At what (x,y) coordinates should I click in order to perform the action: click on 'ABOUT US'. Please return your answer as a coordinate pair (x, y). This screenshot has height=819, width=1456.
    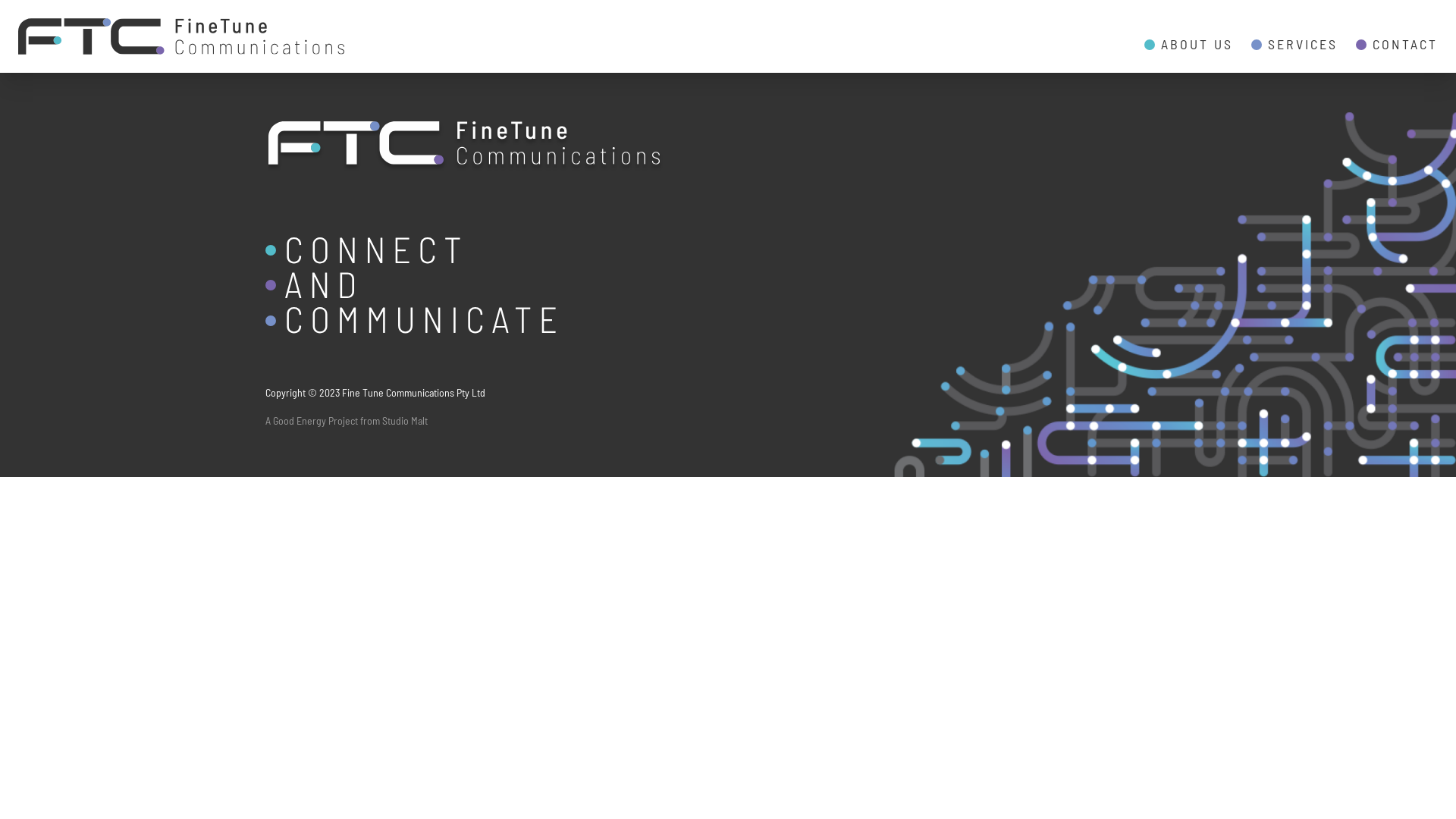
    Looking at the image, I should click on (1188, 43).